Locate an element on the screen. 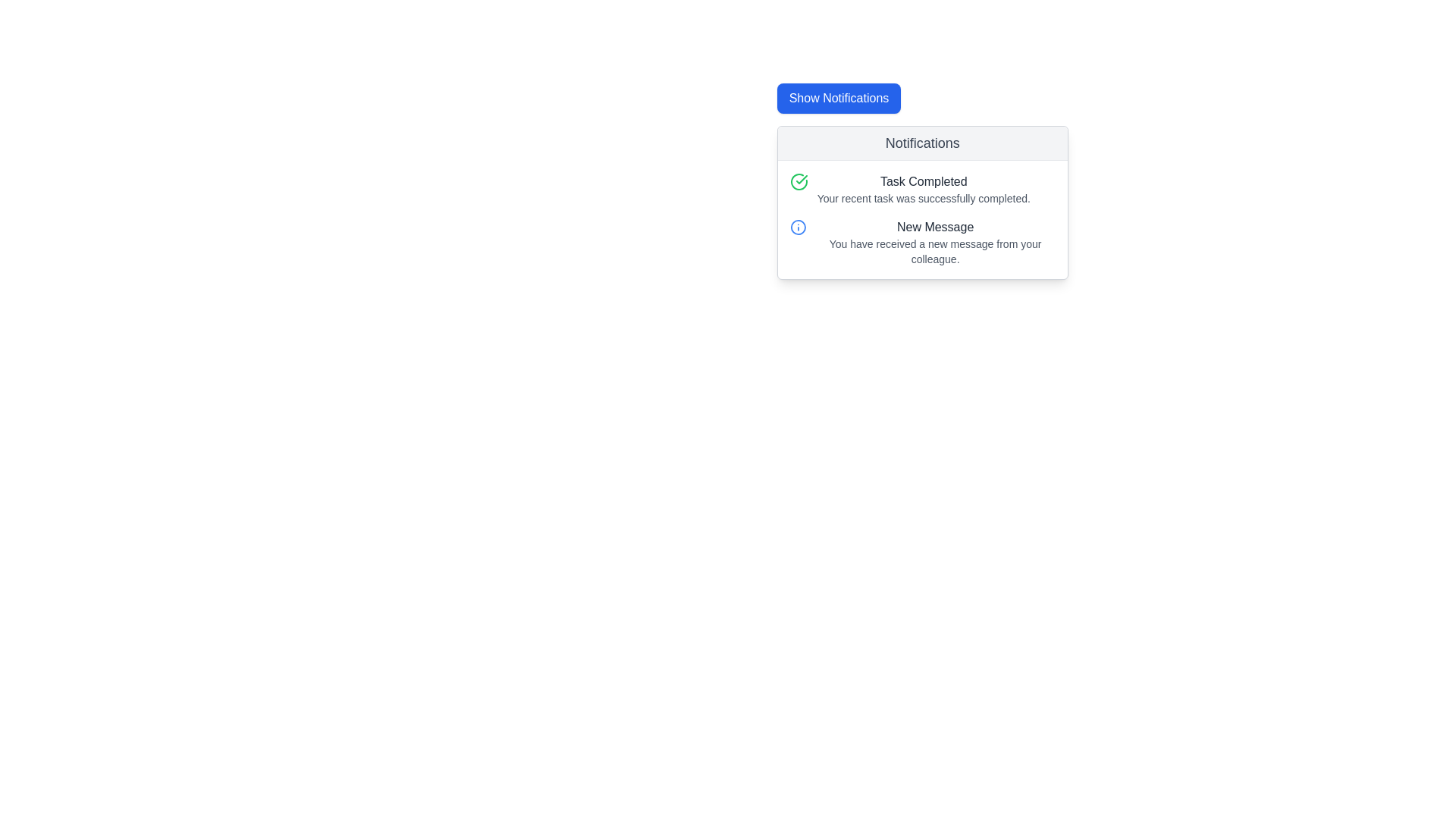 This screenshot has height=819, width=1456. the circular green checkmark icon representing successful completion in the 'Task Completed' section of the notifications card is located at coordinates (798, 180).